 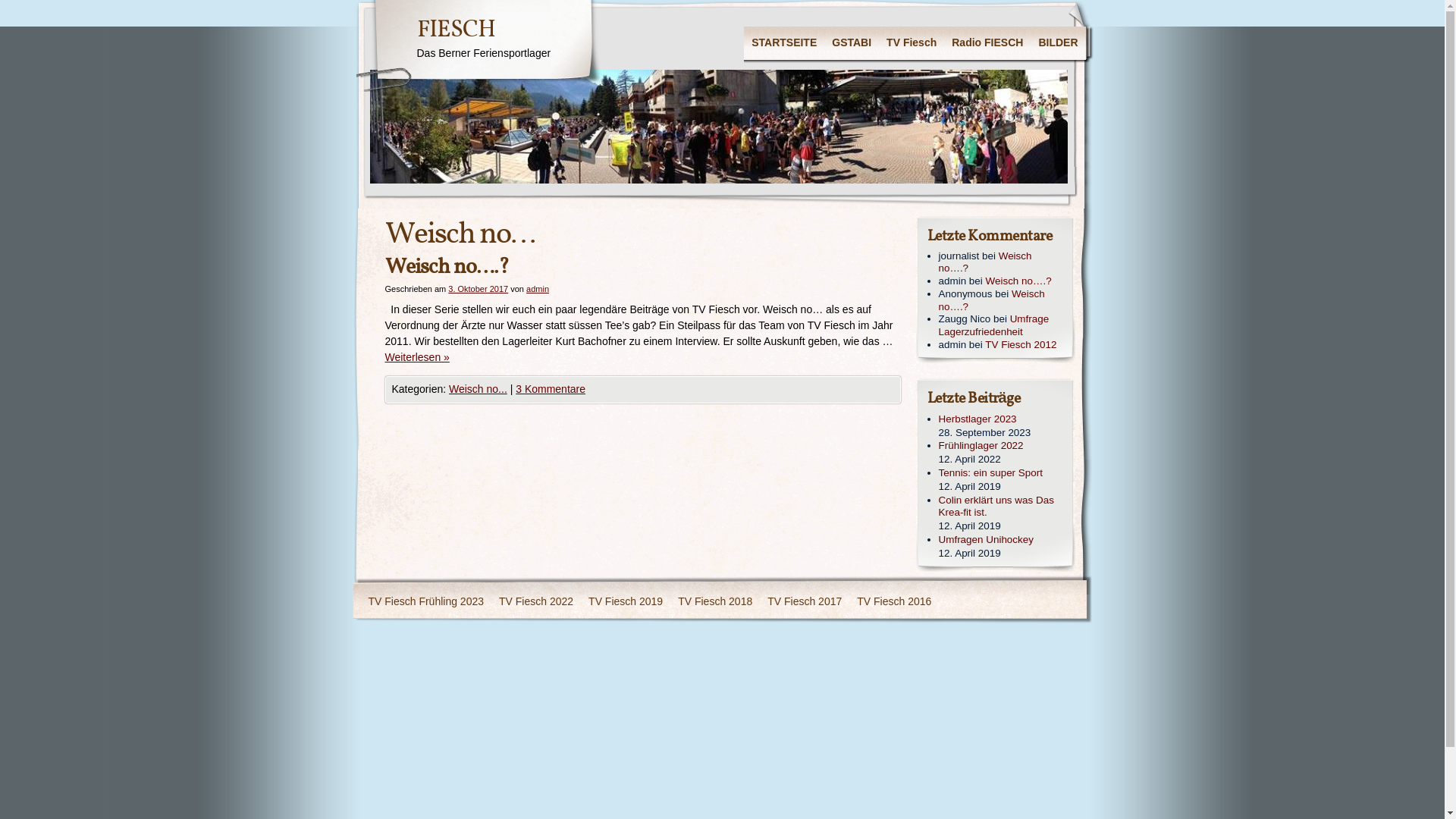 What do you see at coordinates (894, 601) in the screenshot?
I see `'TV Fiesch 2016'` at bounding box center [894, 601].